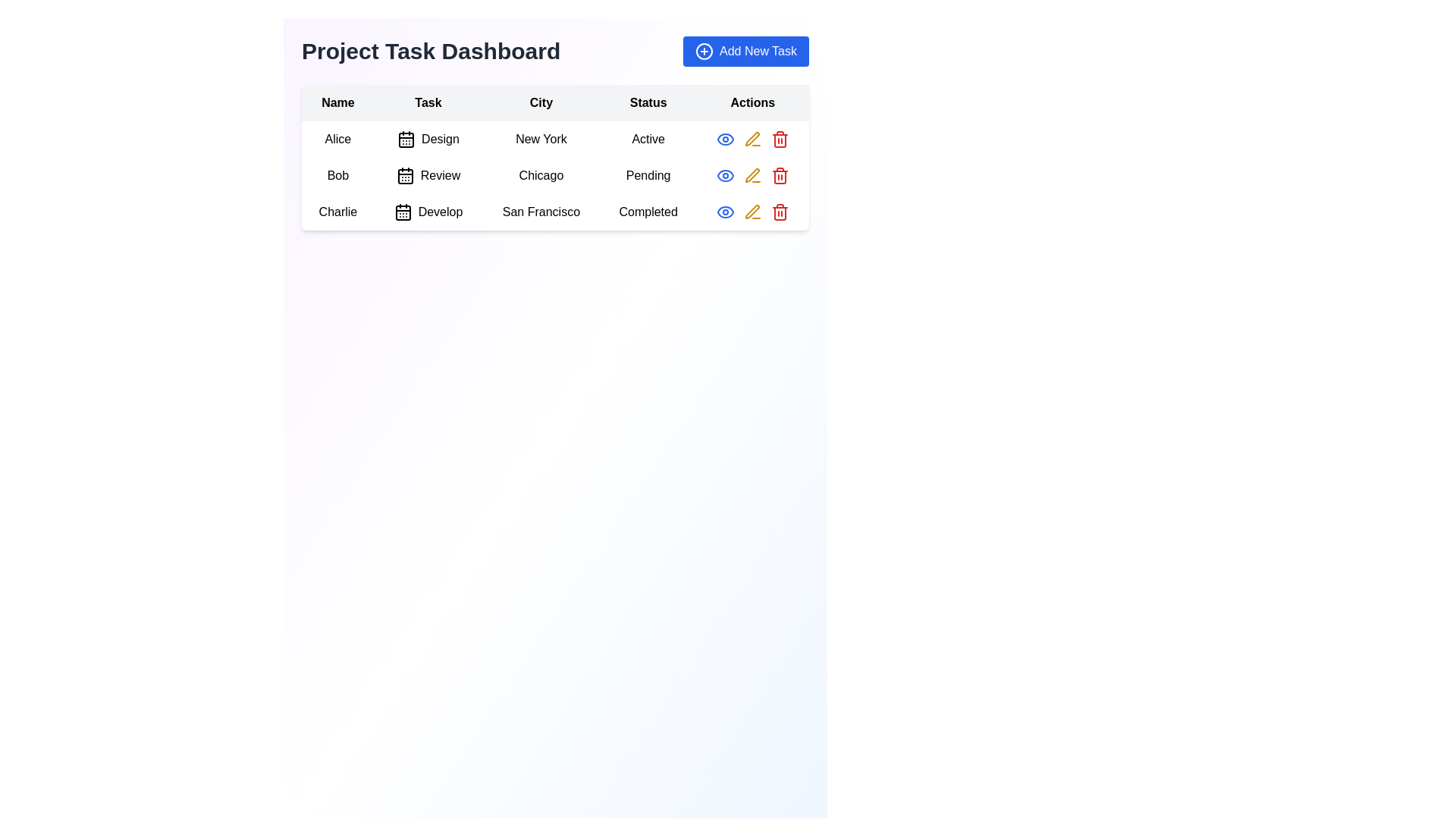 The height and width of the screenshot is (819, 1456). What do you see at coordinates (648, 212) in the screenshot?
I see `the text label displaying 'Completed' in the 'Status' column of the table, located in the last row corresponding to 'Charlie', 'Develop', and 'San Francisco'` at bounding box center [648, 212].